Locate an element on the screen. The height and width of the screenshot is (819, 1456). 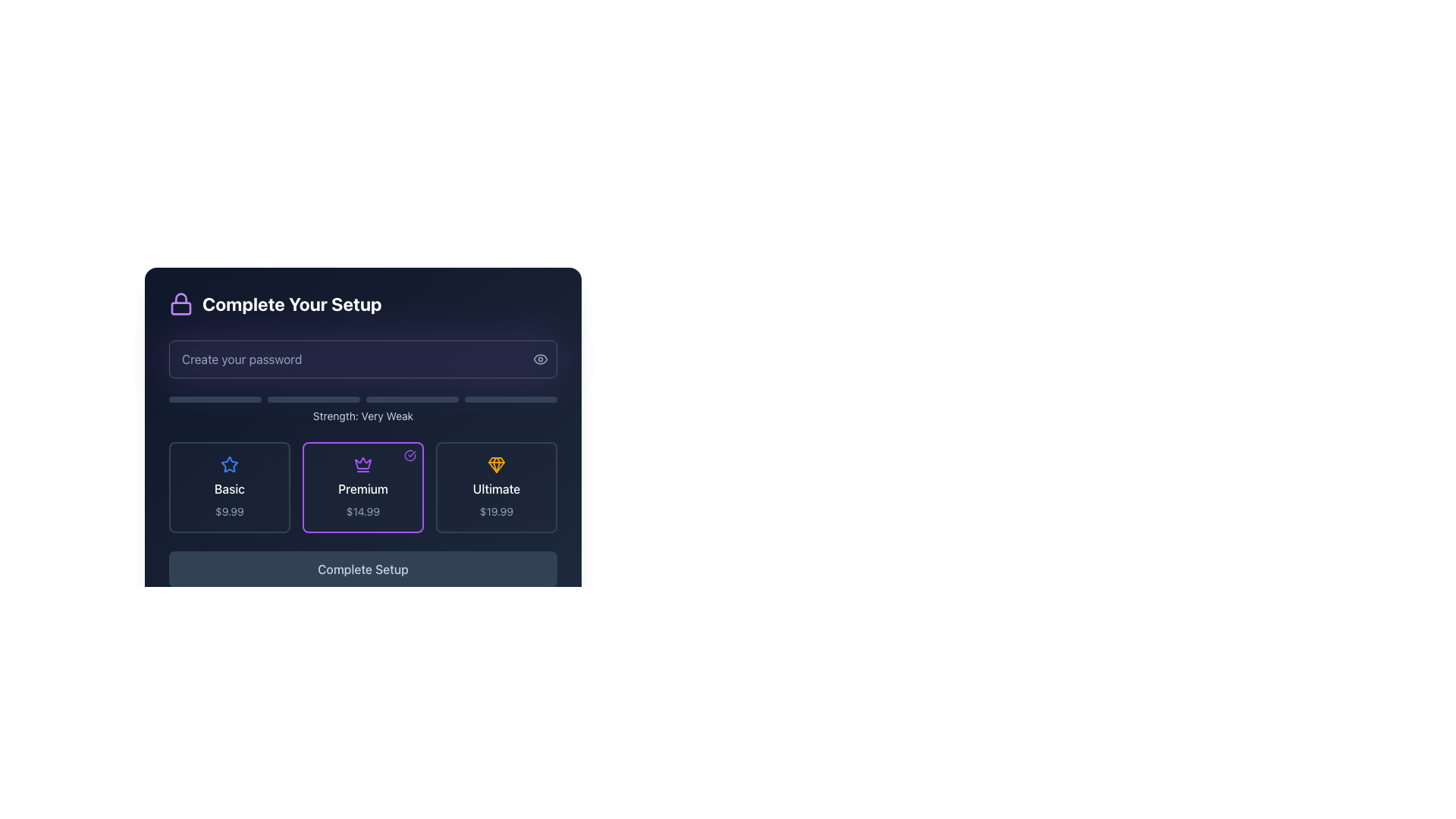
the 'Premium' option icon, which is located at the top center of the 'Premium' plan box, distinguished by a purple outline among the three plan options is located at coordinates (362, 464).